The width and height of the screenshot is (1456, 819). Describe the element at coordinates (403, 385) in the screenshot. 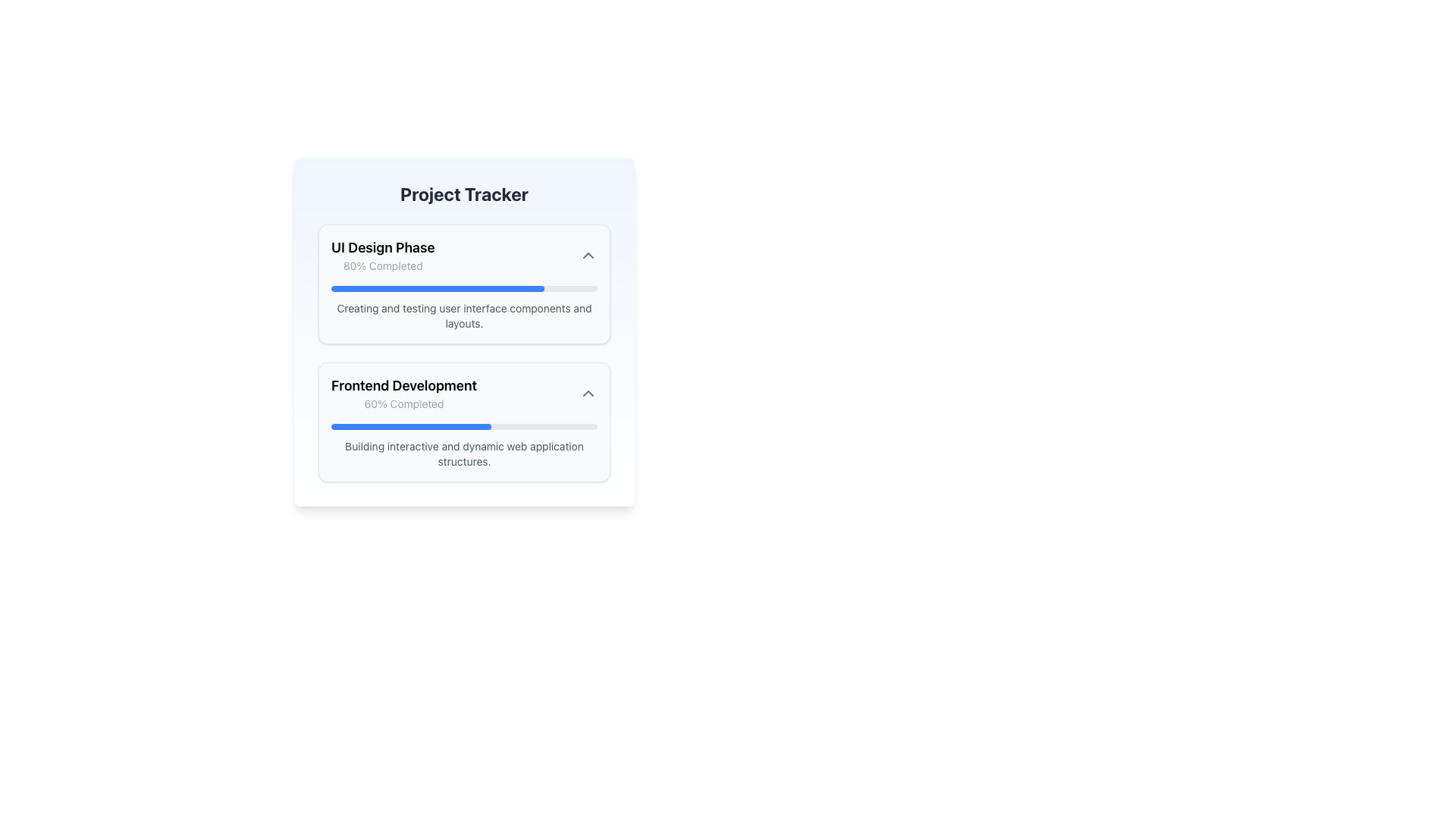

I see `the 'Frontend Development' text label located in the second block under the main header 'Project Tracker', which serves as a title or label for the content above the percentage completion` at that location.